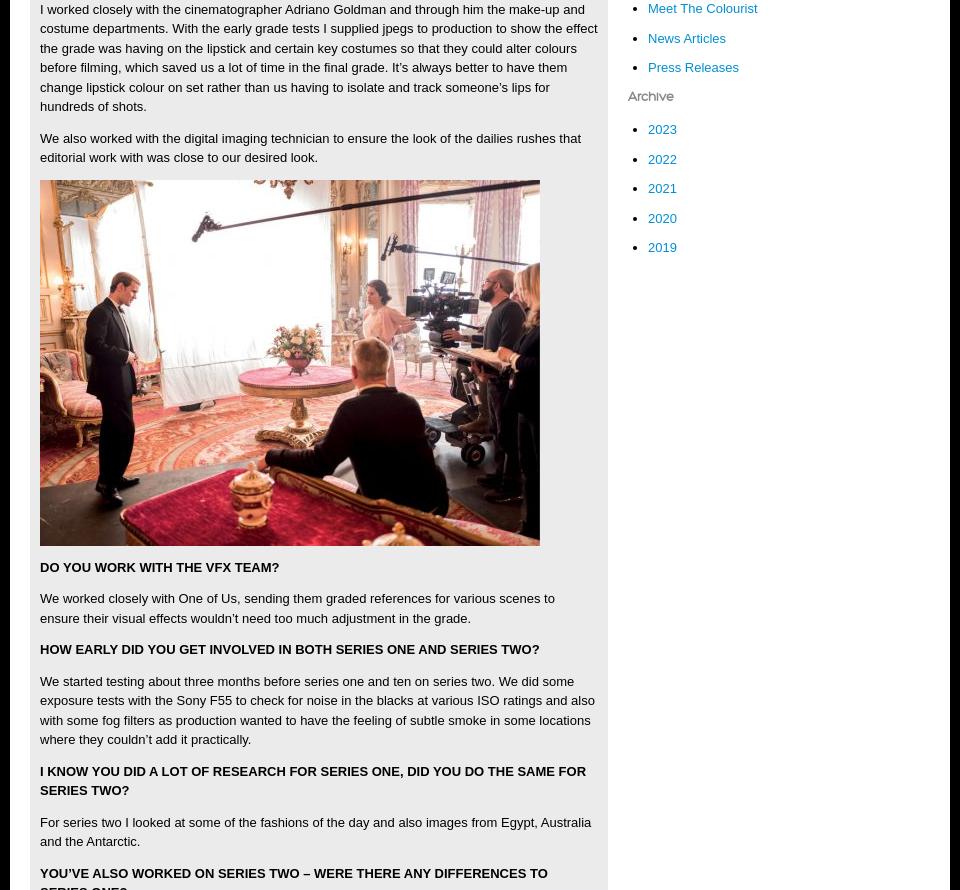 The image size is (960, 890). What do you see at coordinates (288, 649) in the screenshot?
I see `'HOW EARLY DID YOU GET INVOLVED IN BOTH SERIES ONE AND SERIES TWO?'` at bounding box center [288, 649].